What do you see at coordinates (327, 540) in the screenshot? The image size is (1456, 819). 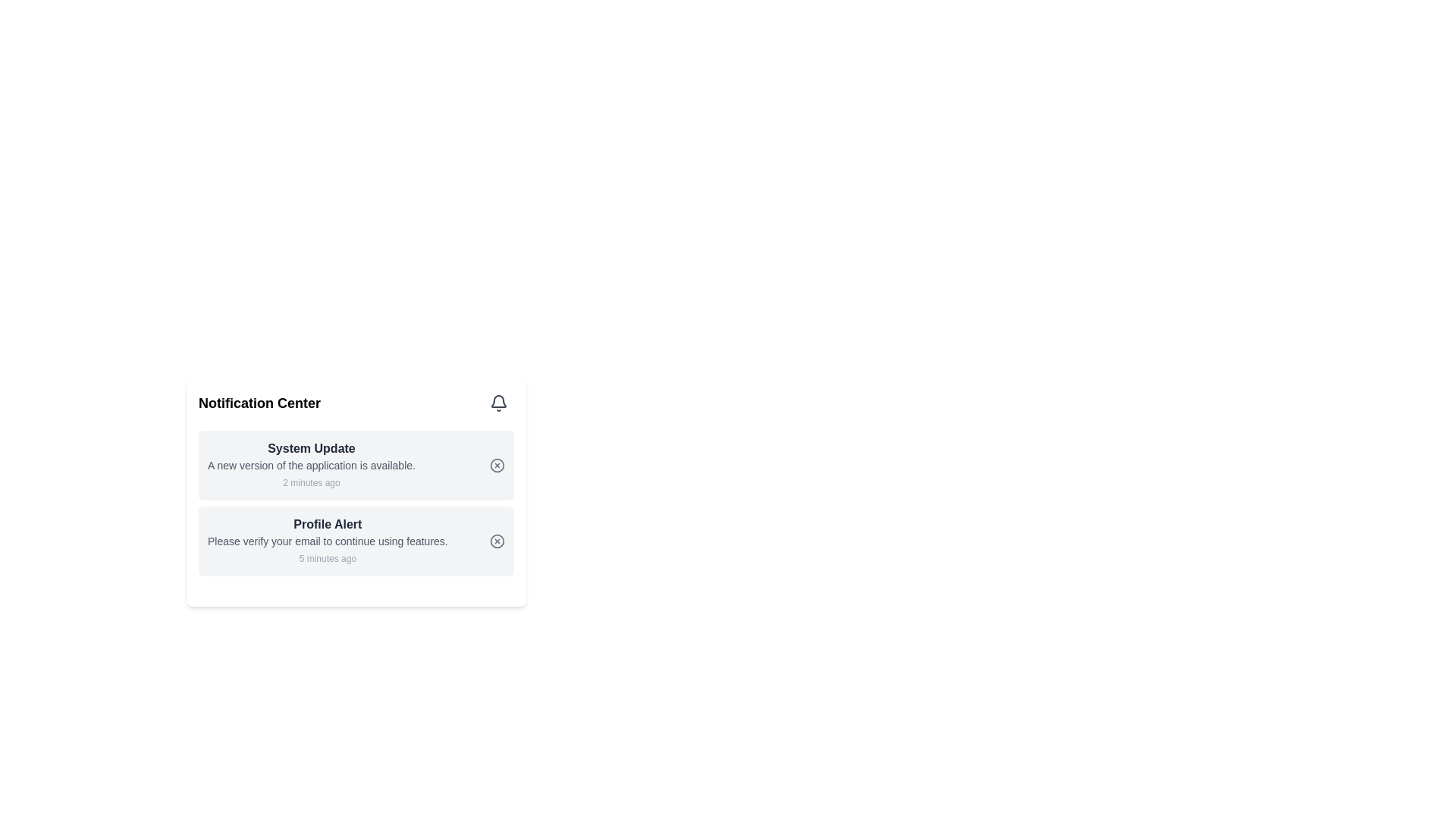 I see `the text label that reads 'Please verify your email to continue using features.', which is styled in gray and positioned below the 'Profile Alert' title` at bounding box center [327, 540].